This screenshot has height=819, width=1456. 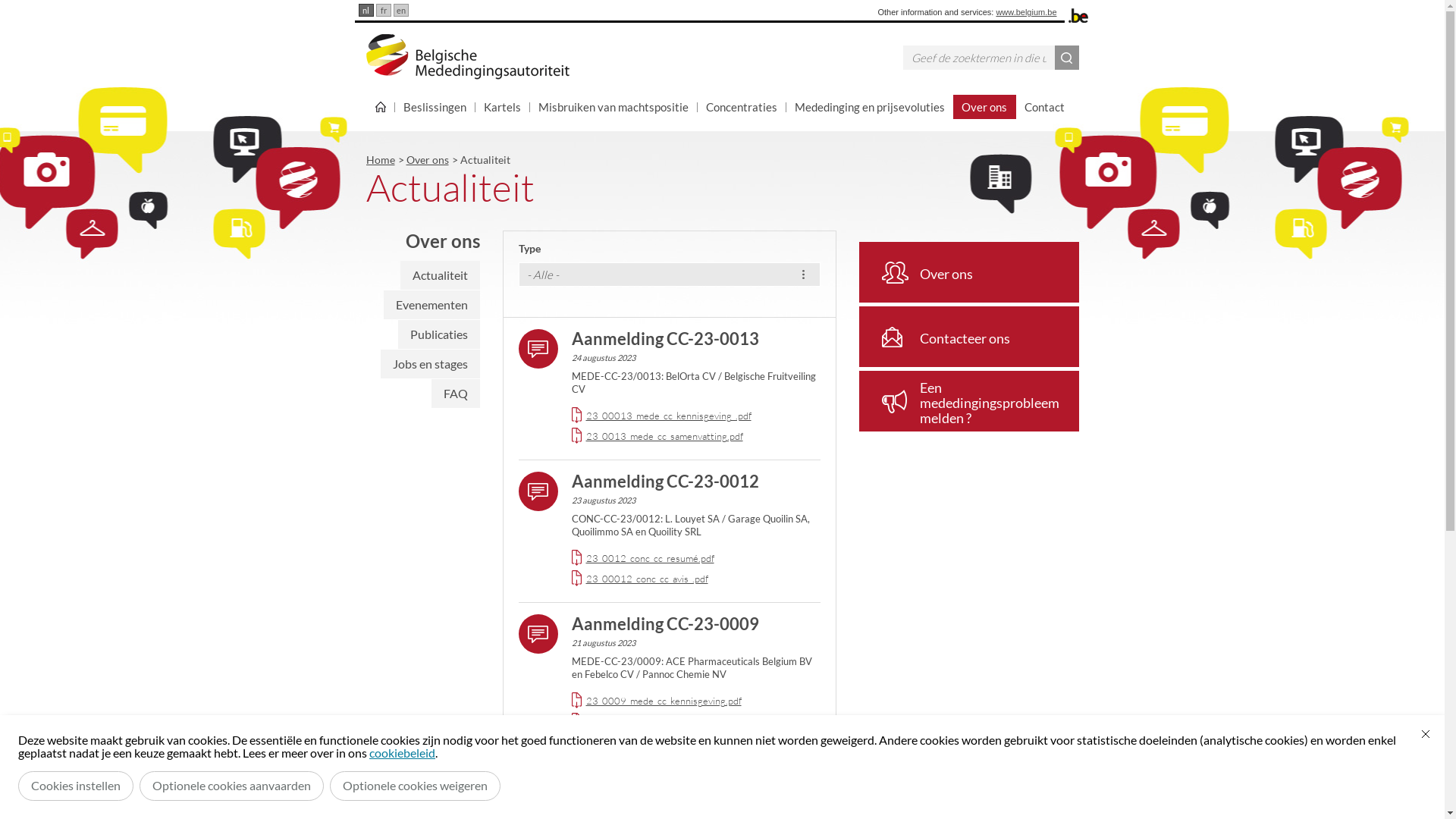 What do you see at coordinates (664, 720) in the screenshot?
I see `'23_0009_mede_cc_samenvatting.pdf'` at bounding box center [664, 720].